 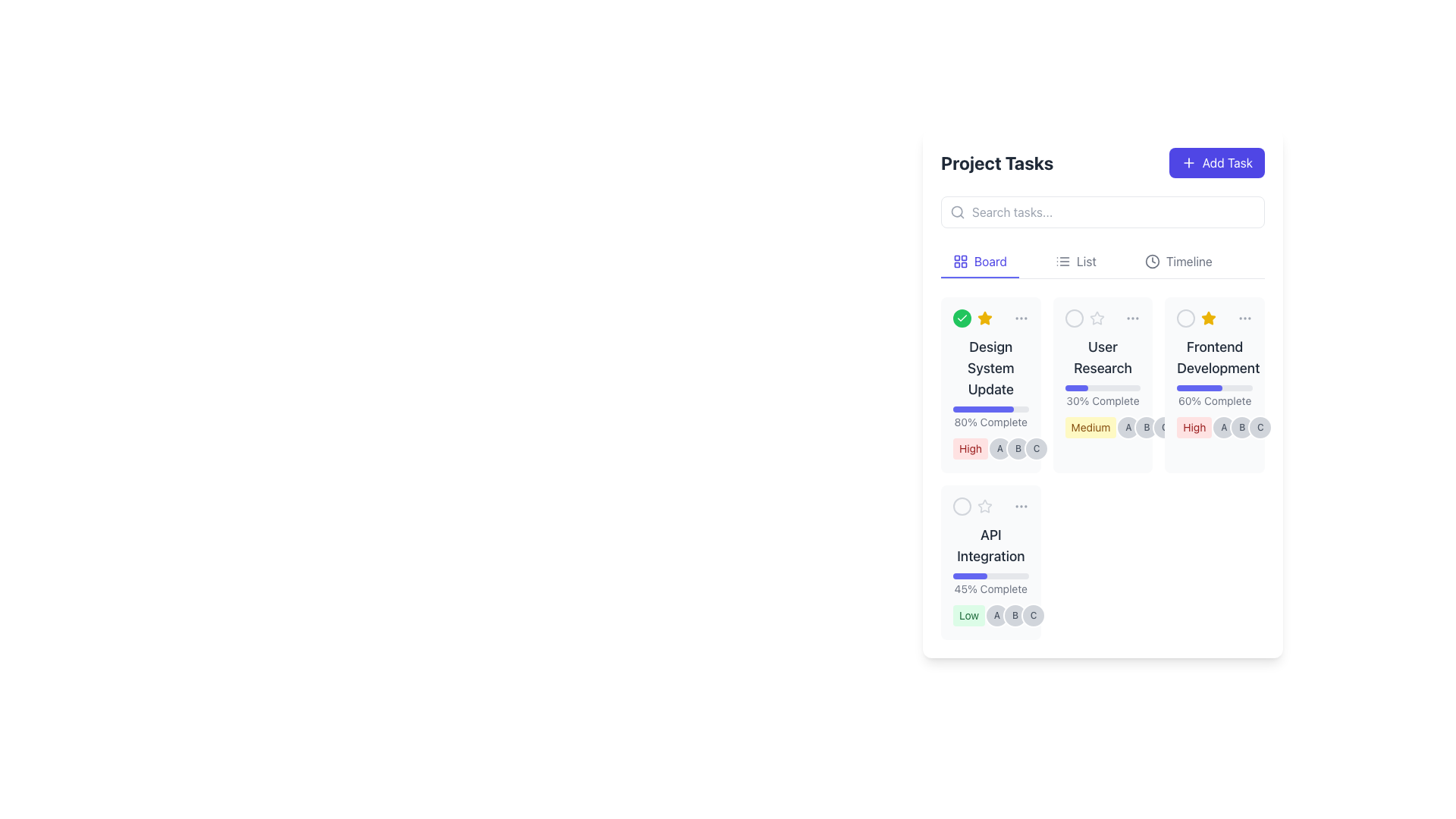 What do you see at coordinates (1075, 262) in the screenshot?
I see `the 'List' button in the navigation bar` at bounding box center [1075, 262].